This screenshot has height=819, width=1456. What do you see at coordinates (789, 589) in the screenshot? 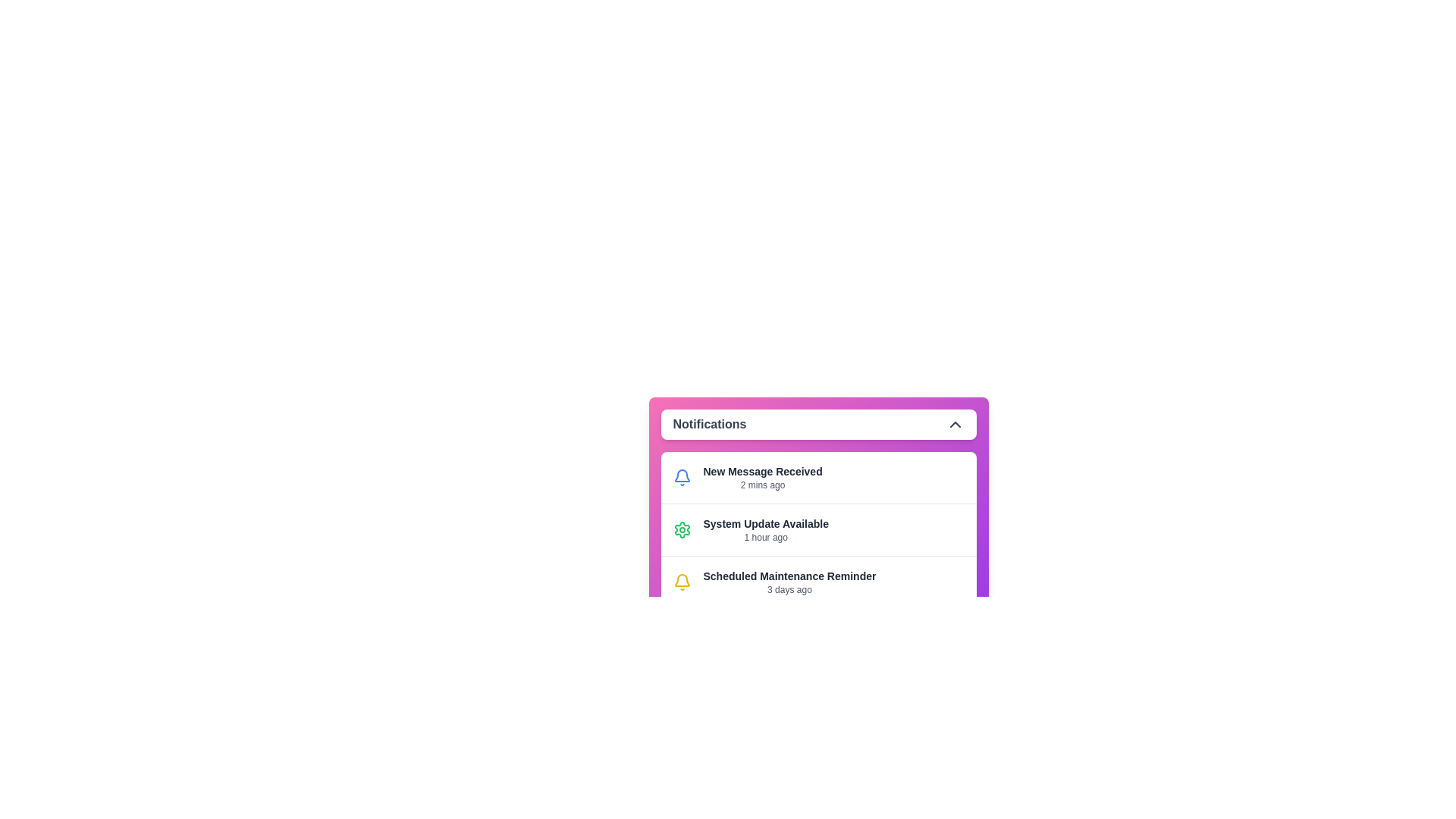
I see `the static text element displaying '3 days ago' located below the title 'Scheduled Maintenance Reminder' in the notification card` at bounding box center [789, 589].